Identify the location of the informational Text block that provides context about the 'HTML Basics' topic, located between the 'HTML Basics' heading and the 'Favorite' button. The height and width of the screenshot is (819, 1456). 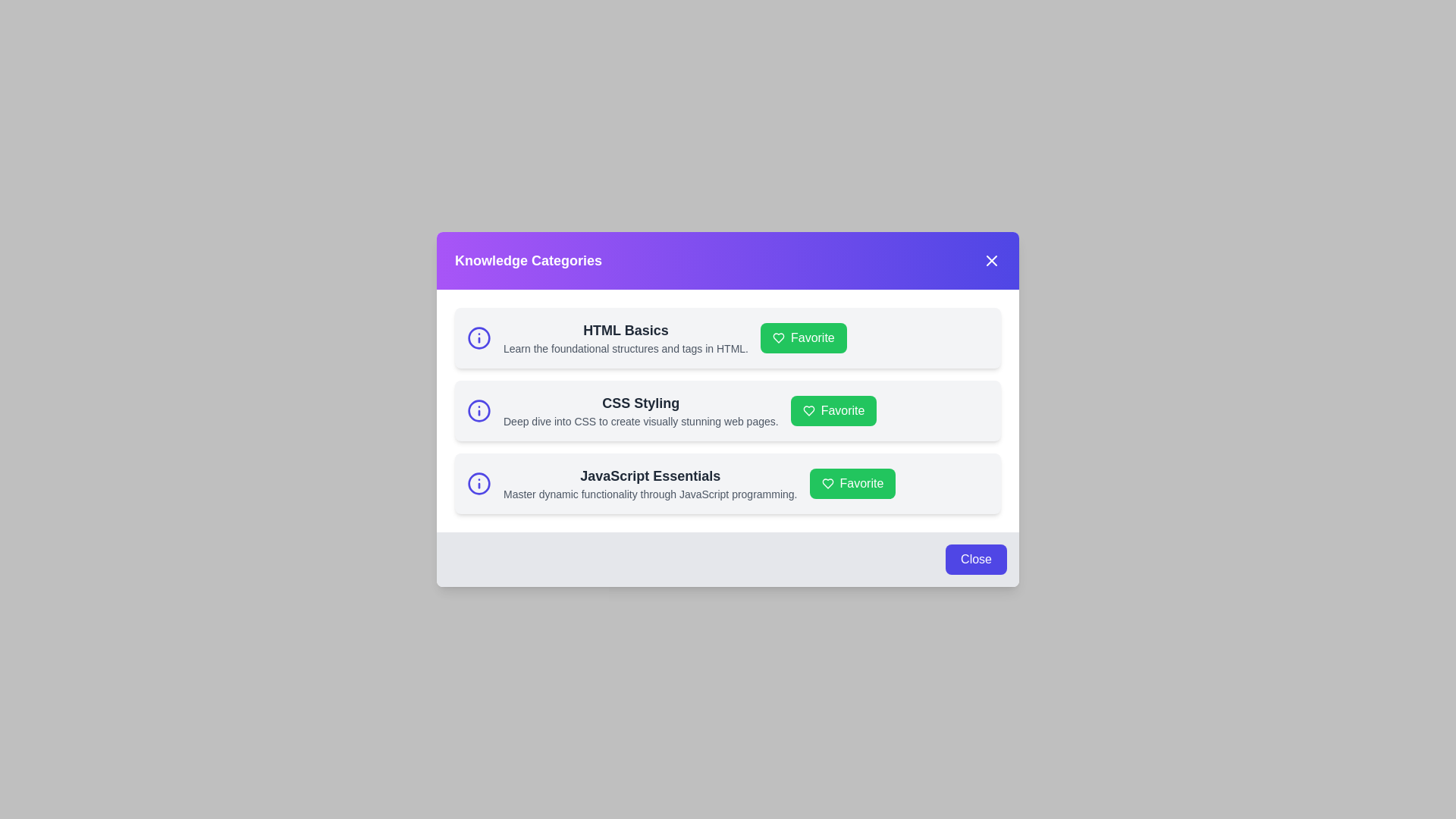
(626, 348).